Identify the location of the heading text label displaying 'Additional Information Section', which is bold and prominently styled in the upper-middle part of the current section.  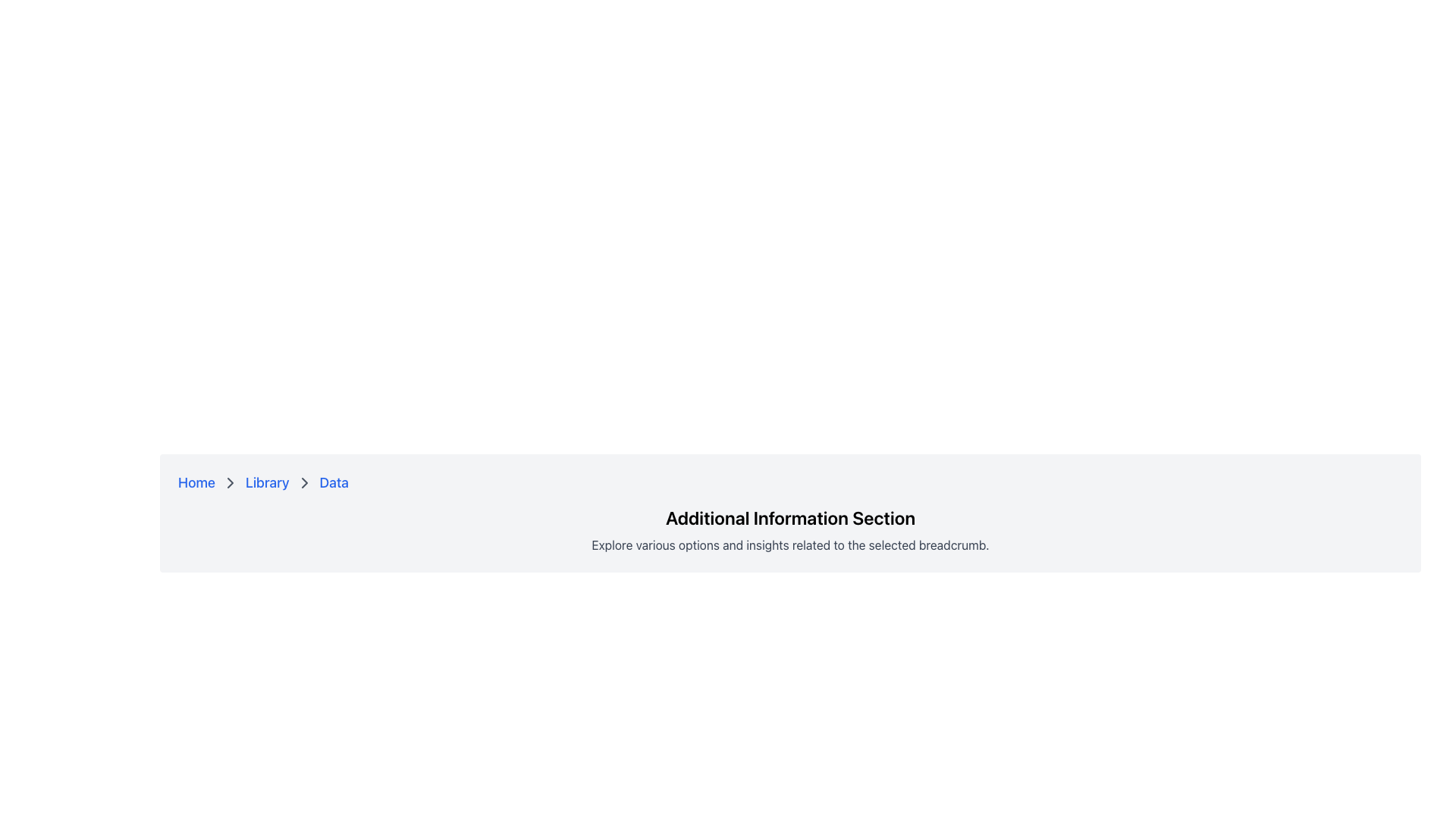
(789, 516).